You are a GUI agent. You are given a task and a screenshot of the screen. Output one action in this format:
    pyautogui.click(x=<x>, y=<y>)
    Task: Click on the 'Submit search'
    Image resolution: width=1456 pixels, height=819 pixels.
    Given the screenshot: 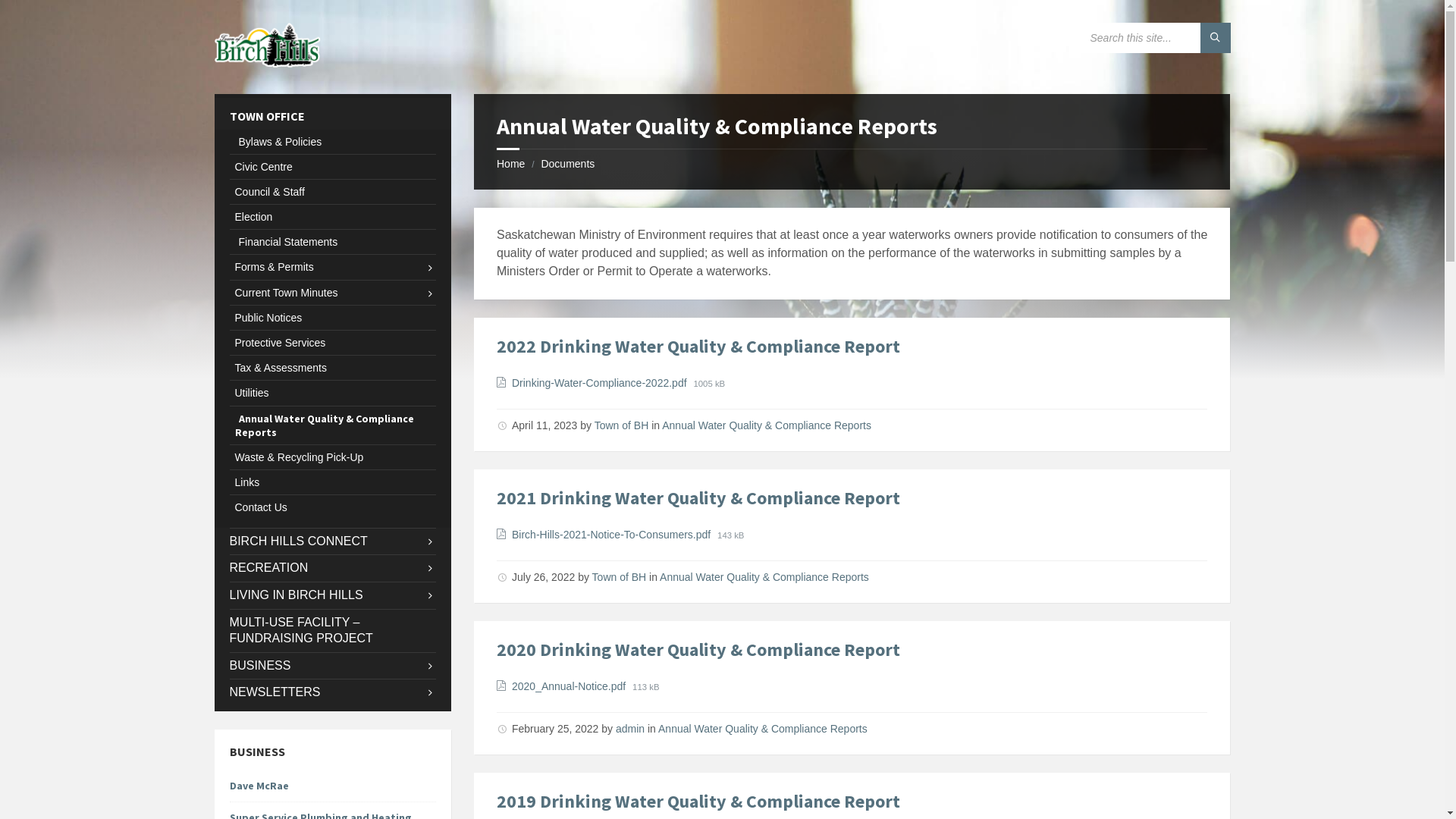 What is the action you would take?
    pyautogui.click(x=1215, y=37)
    